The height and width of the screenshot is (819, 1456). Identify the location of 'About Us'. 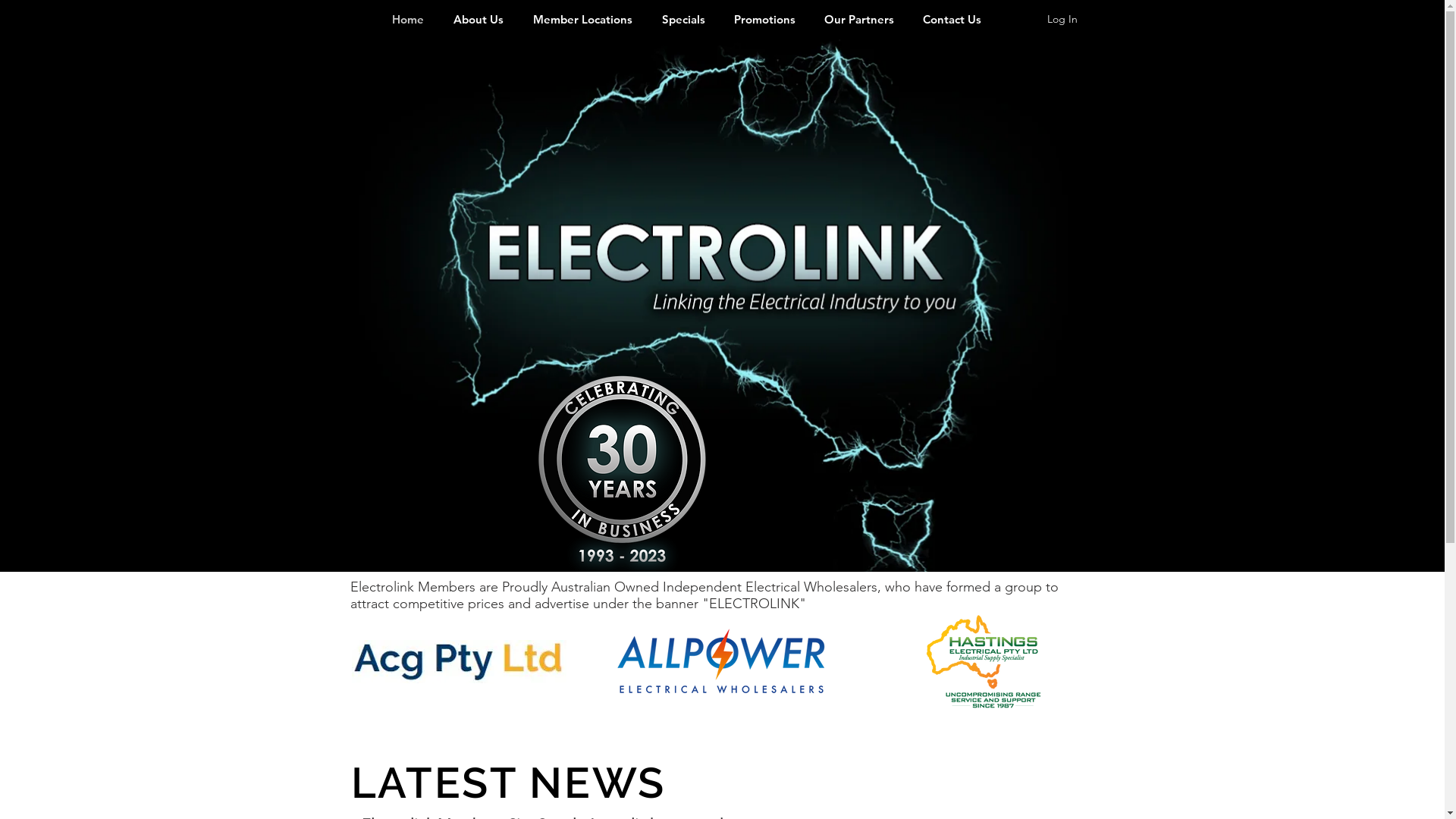
(477, 19).